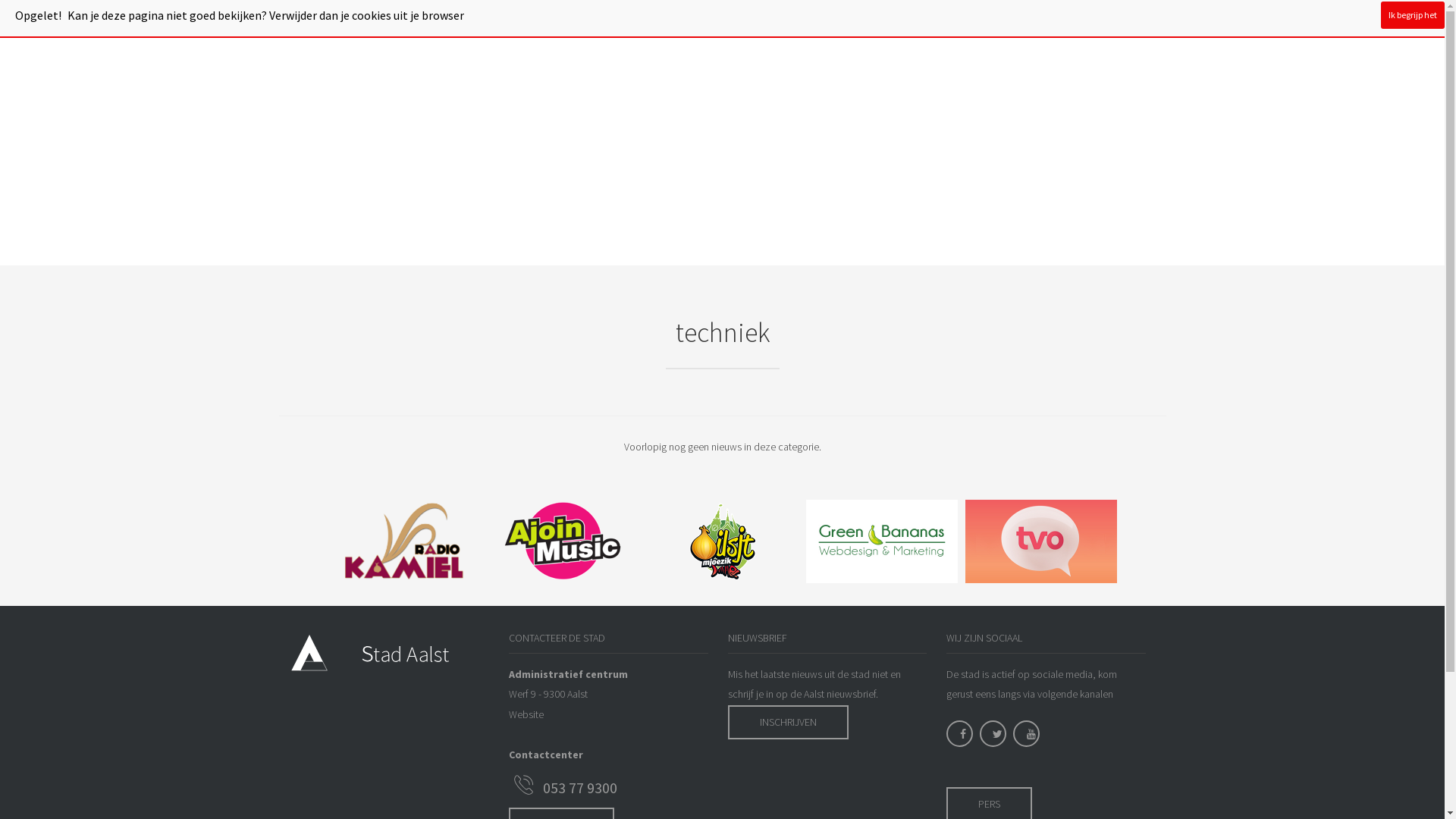 This screenshot has height=819, width=1456. What do you see at coordinates (1411, 14) in the screenshot?
I see `'Ik begrijp het'` at bounding box center [1411, 14].